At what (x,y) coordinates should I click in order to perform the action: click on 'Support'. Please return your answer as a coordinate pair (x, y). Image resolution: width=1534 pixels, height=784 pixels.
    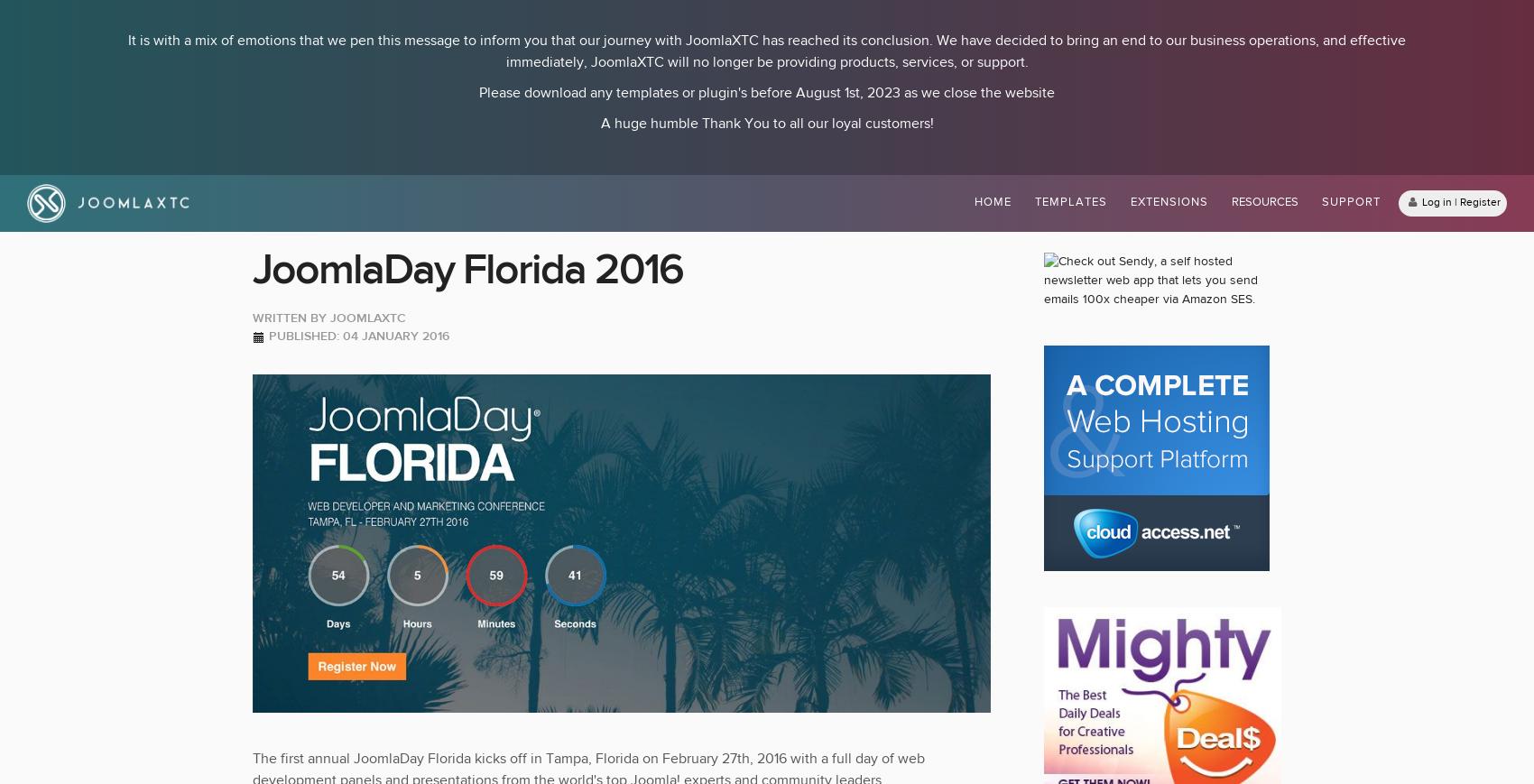
    Looking at the image, I should click on (1351, 201).